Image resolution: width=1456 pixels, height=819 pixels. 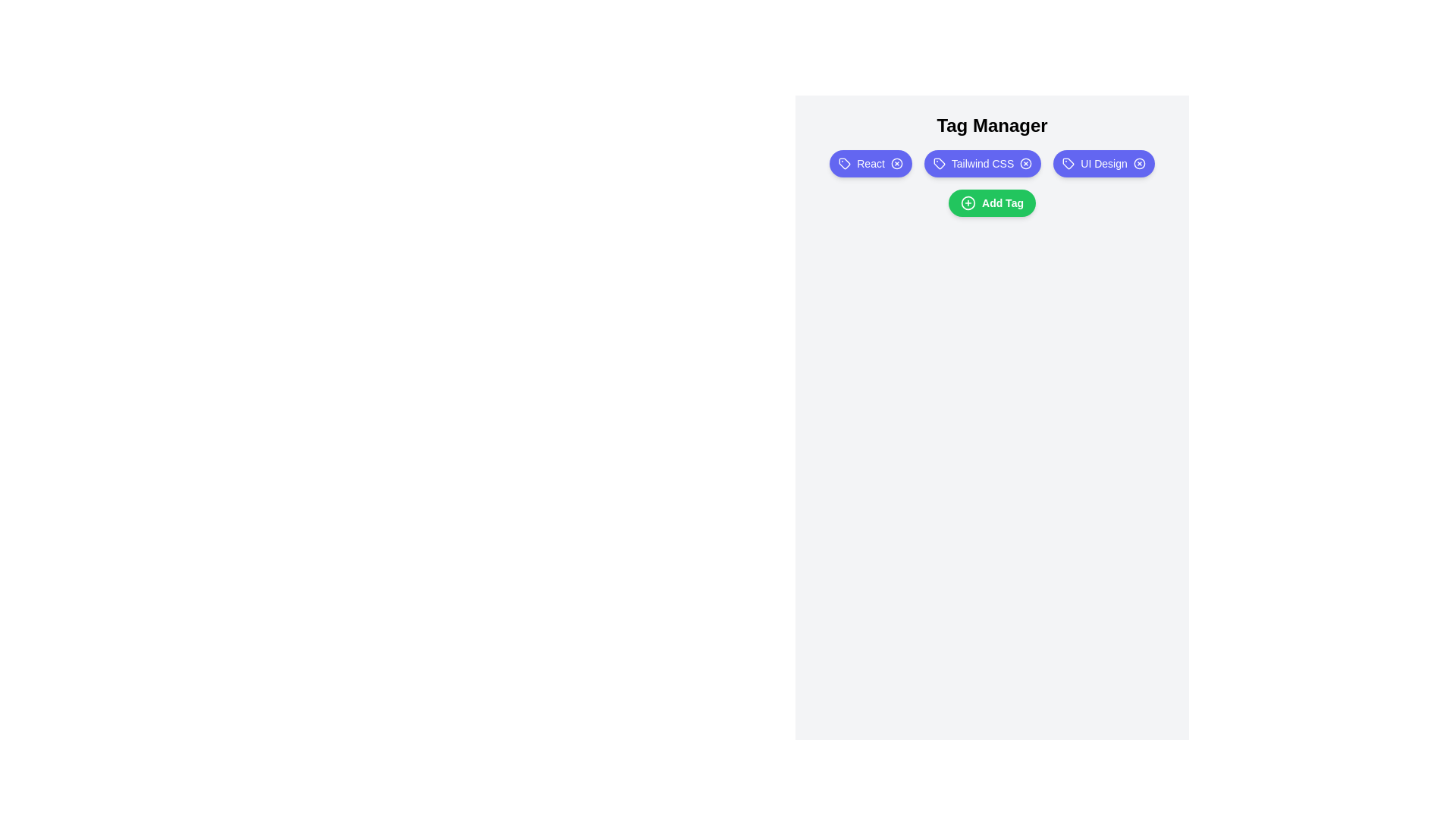 What do you see at coordinates (1139, 164) in the screenshot?
I see `the tag labeled UI Design by clicking its remove icon` at bounding box center [1139, 164].